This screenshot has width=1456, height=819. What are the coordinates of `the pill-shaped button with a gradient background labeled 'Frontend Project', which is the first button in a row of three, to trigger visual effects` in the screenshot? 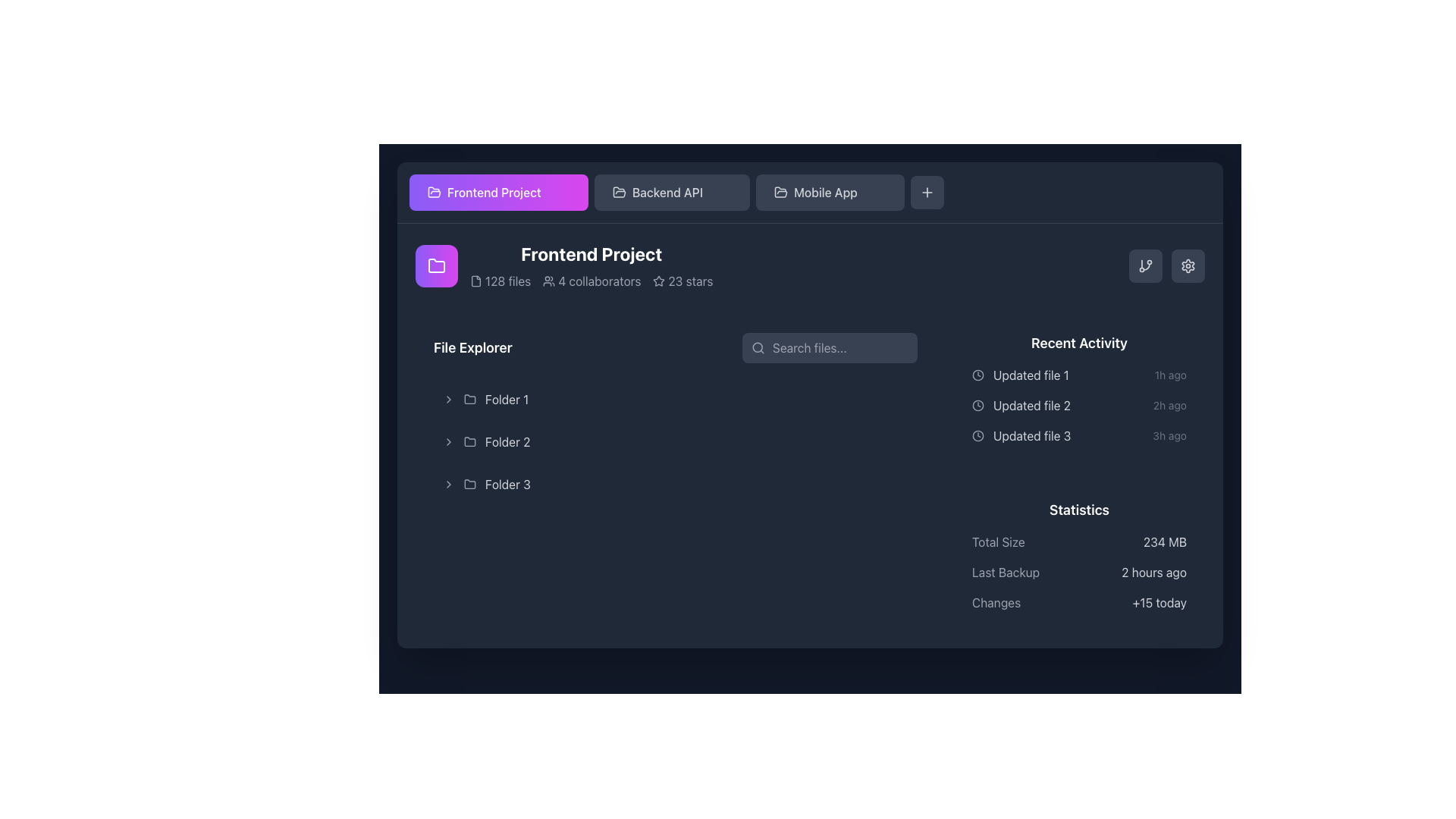 It's located at (498, 192).